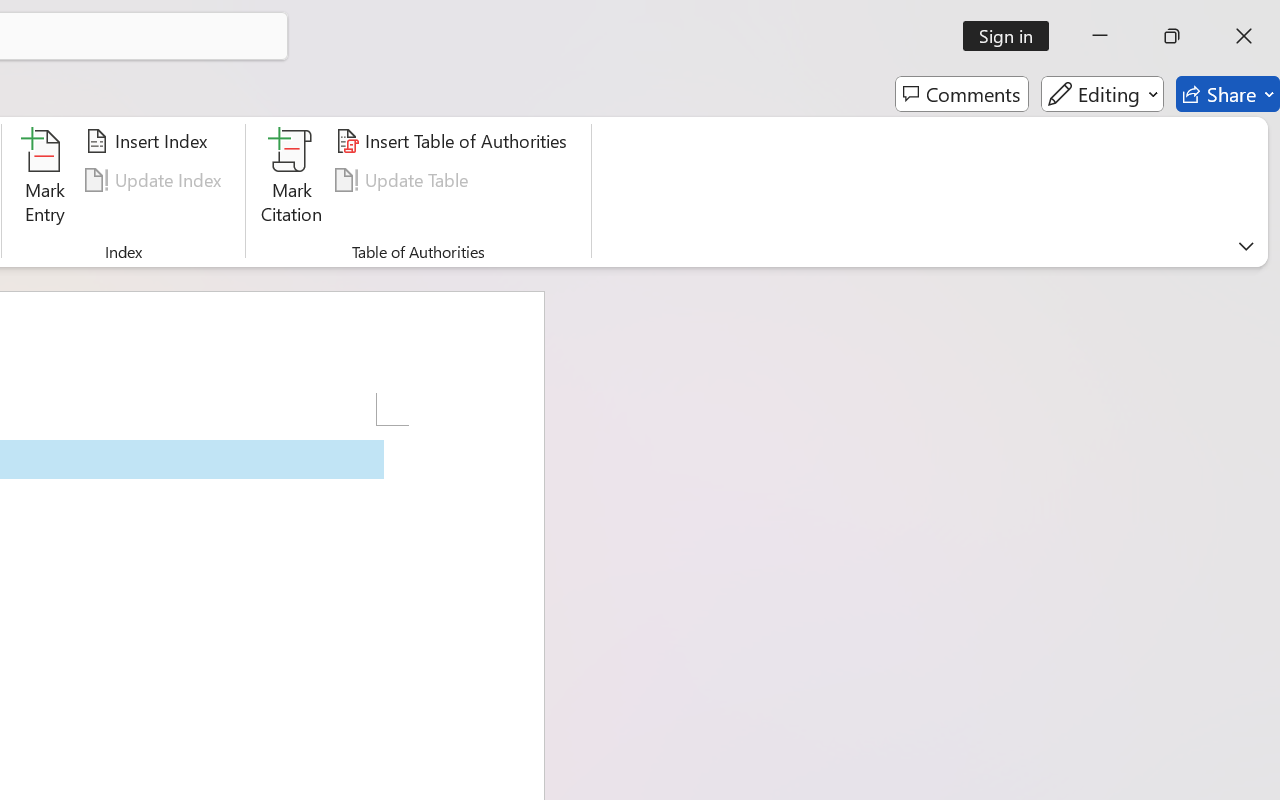  Describe the element at coordinates (291, 179) in the screenshot. I see `'Mark Citation...'` at that location.